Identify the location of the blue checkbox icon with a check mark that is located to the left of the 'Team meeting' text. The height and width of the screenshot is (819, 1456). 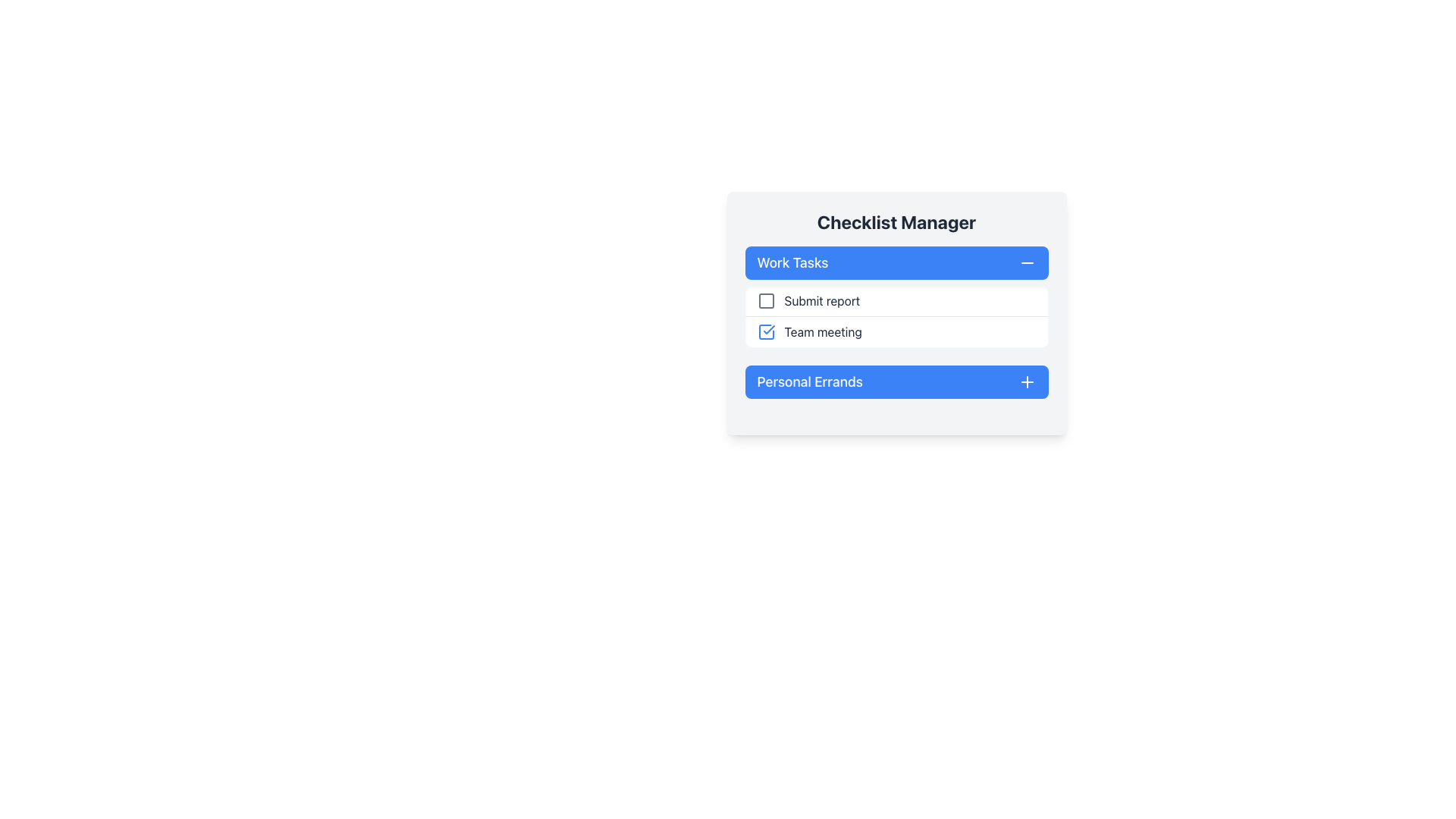
(766, 331).